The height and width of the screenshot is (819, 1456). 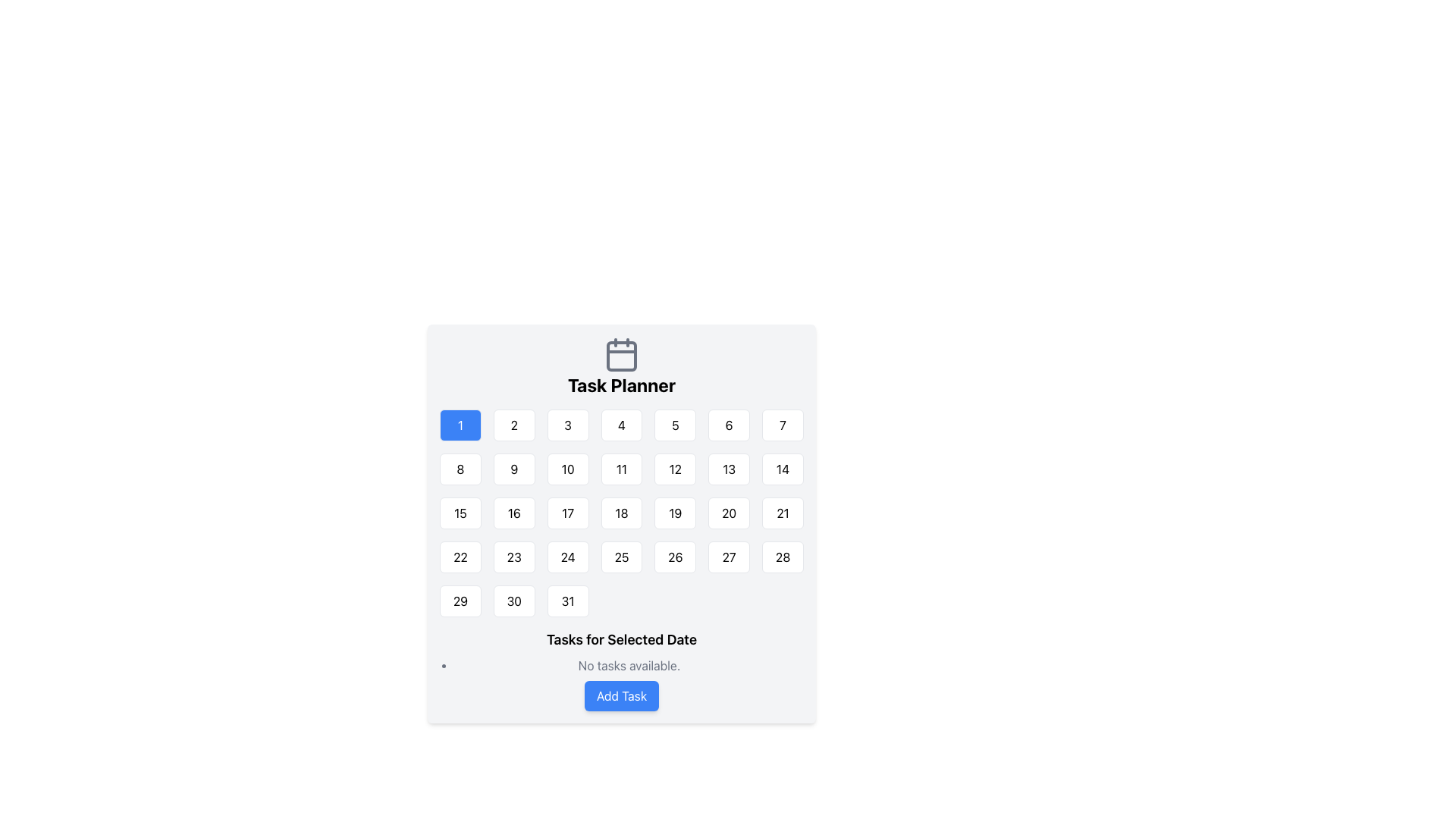 What do you see at coordinates (622, 366) in the screenshot?
I see `text from the header element located at the top-center of the interface, which describes the purpose of the task planning interface` at bounding box center [622, 366].